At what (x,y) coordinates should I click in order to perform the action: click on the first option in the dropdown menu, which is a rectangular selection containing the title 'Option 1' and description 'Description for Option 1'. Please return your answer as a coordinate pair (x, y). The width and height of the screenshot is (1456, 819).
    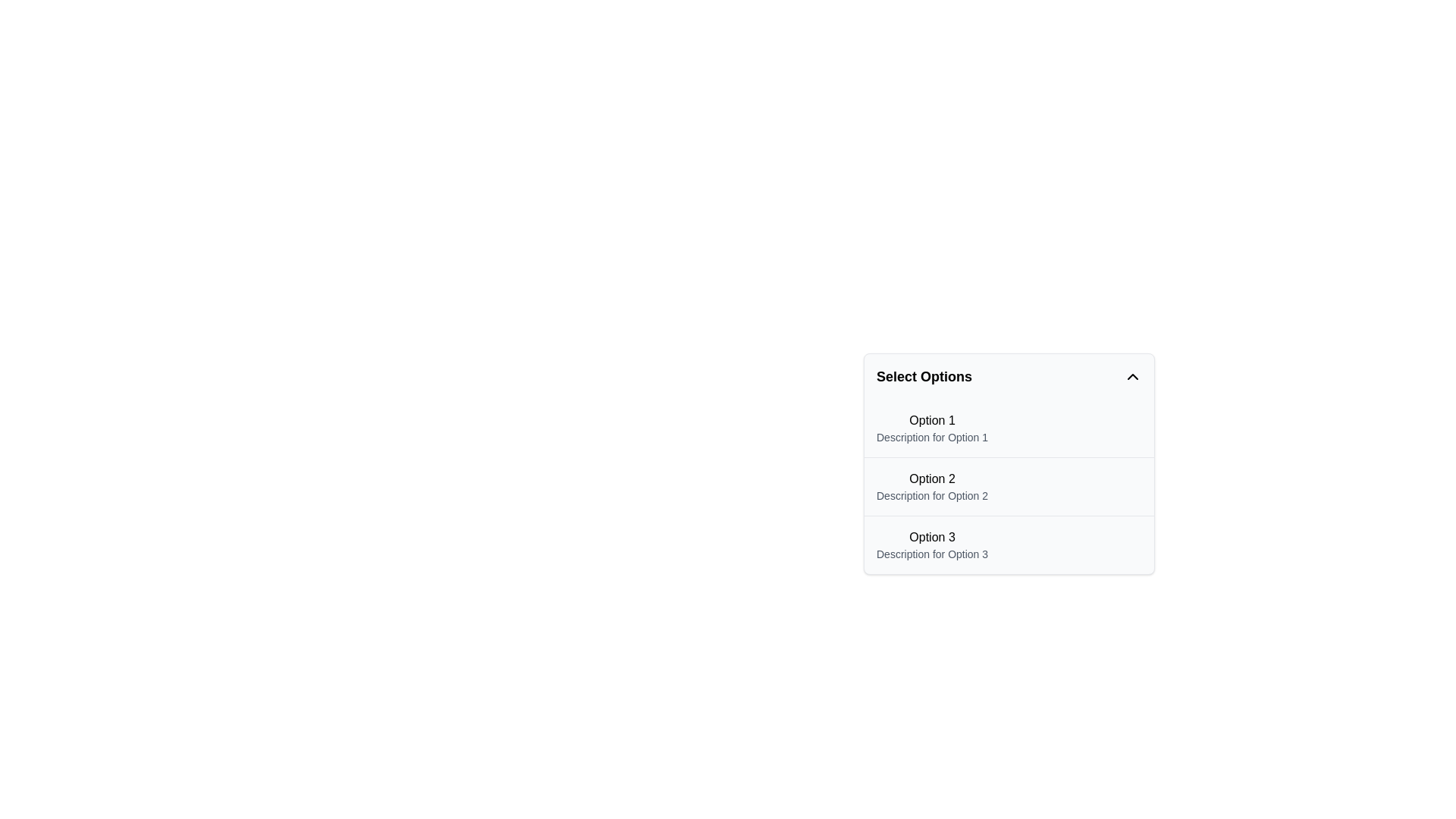
    Looking at the image, I should click on (1009, 428).